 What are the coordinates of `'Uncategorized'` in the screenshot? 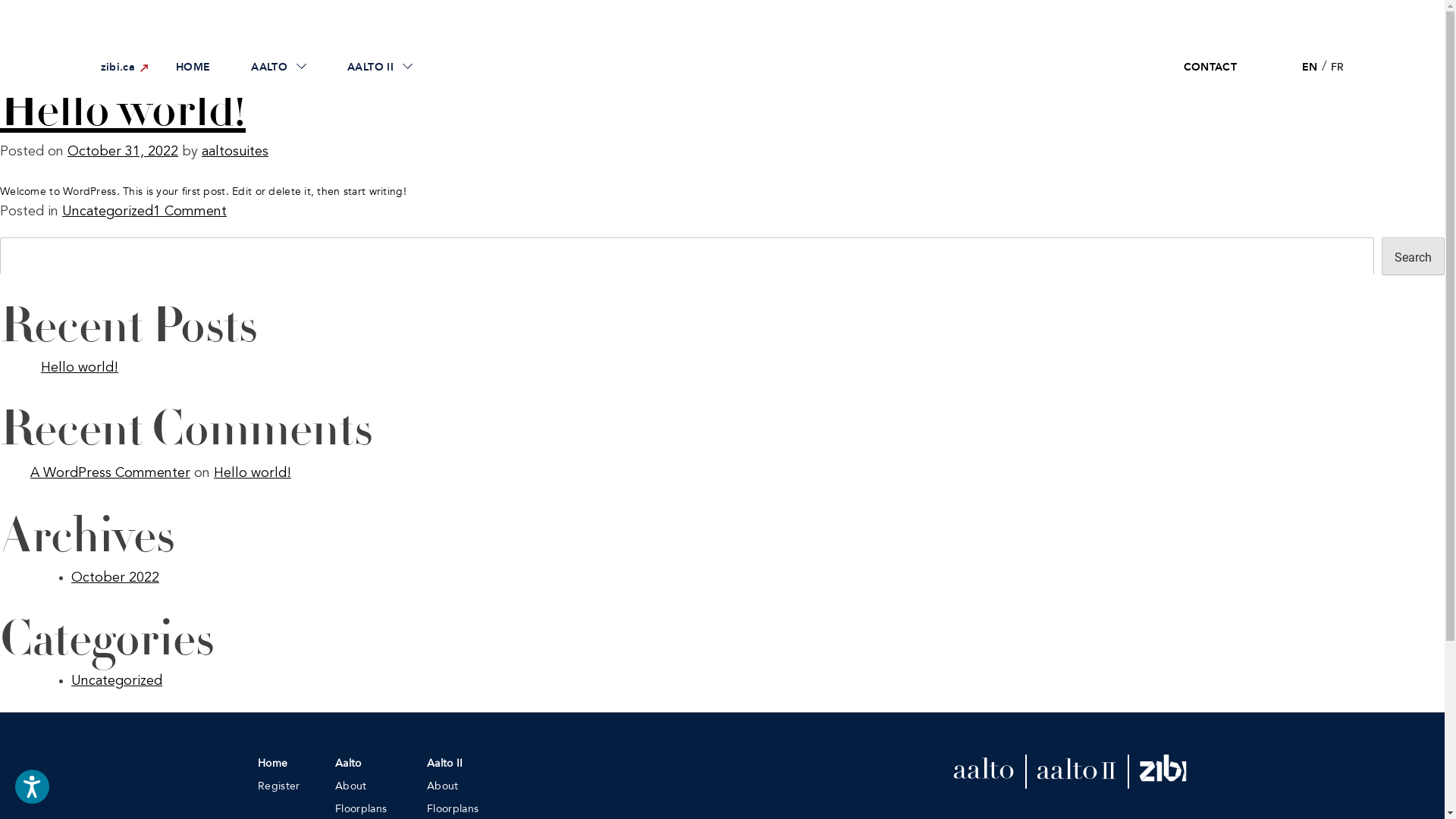 It's located at (71, 680).